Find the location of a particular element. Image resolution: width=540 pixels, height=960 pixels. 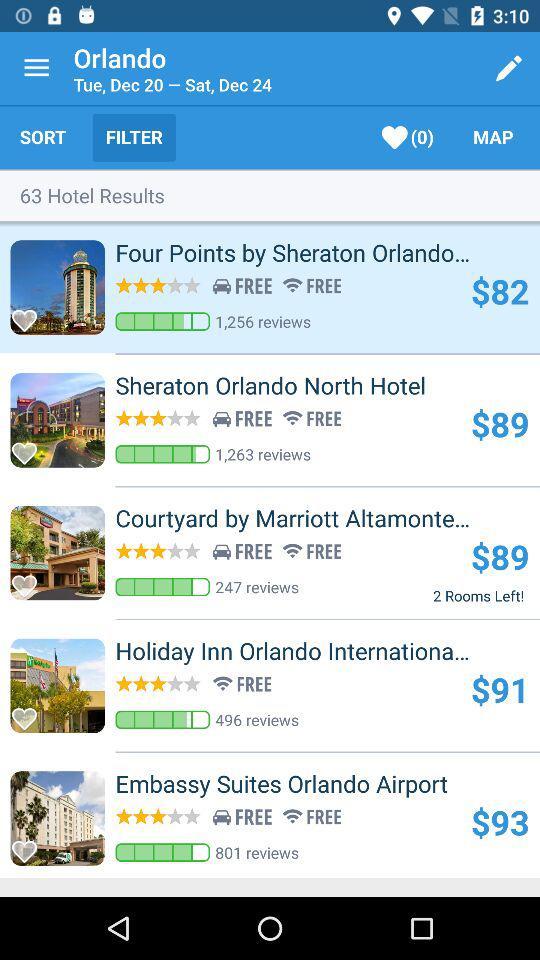

hotel to favorites is located at coordinates (29, 447).